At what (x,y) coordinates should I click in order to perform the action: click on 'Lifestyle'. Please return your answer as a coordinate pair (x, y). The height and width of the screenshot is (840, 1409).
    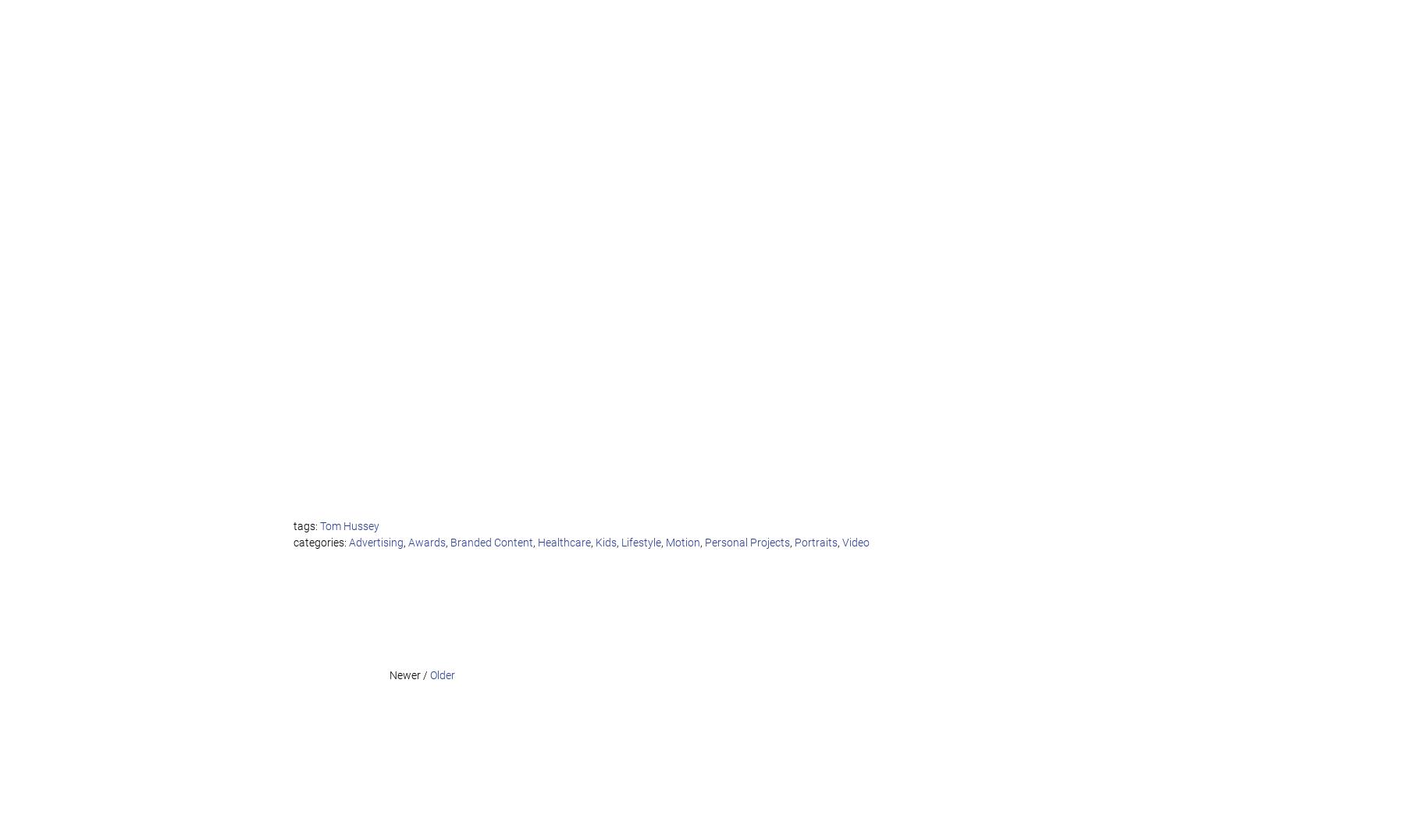
    Looking at the image, I should click on (641, 542).